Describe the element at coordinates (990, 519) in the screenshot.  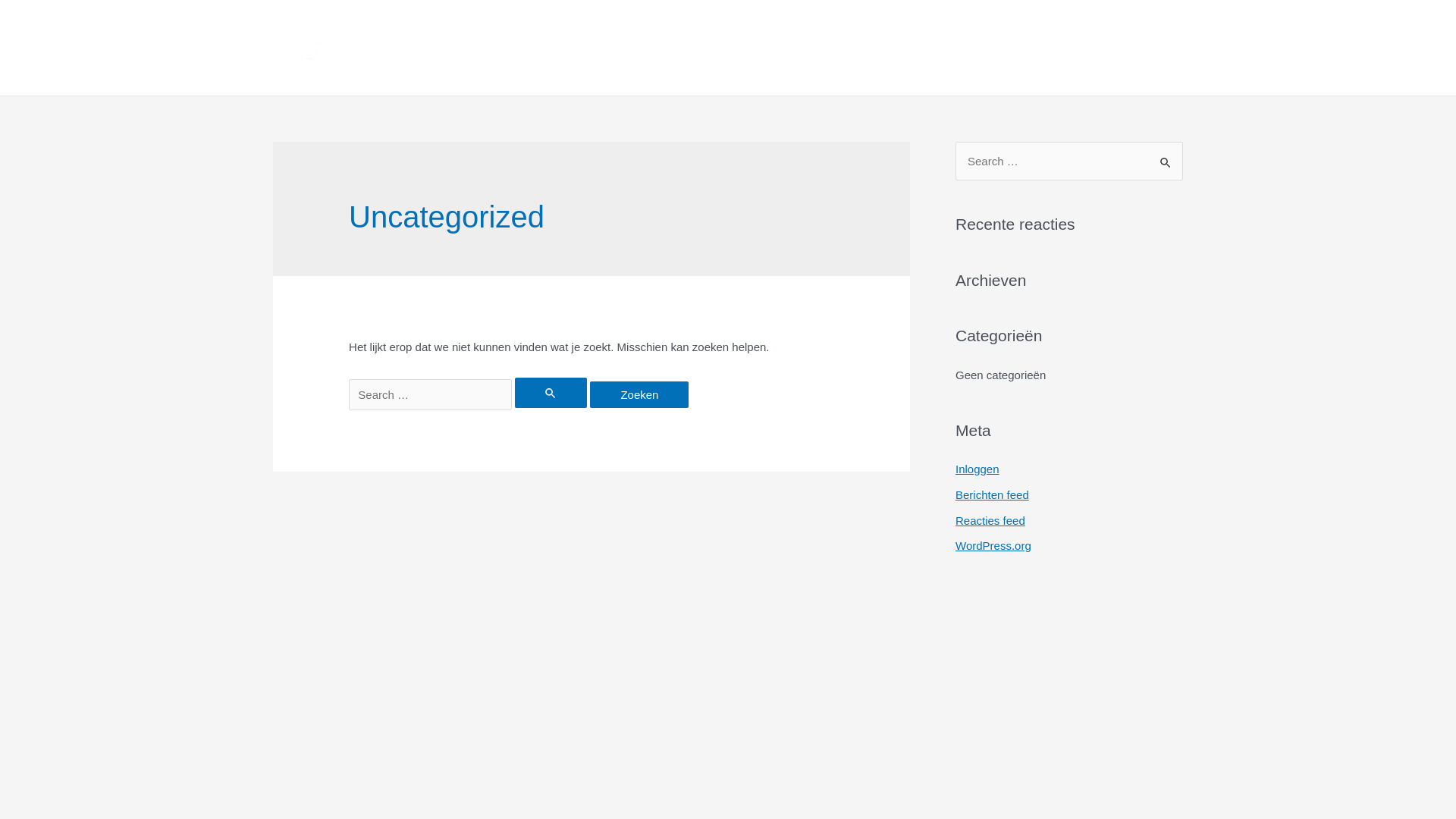
I see `'Reacties feed'` at that location.